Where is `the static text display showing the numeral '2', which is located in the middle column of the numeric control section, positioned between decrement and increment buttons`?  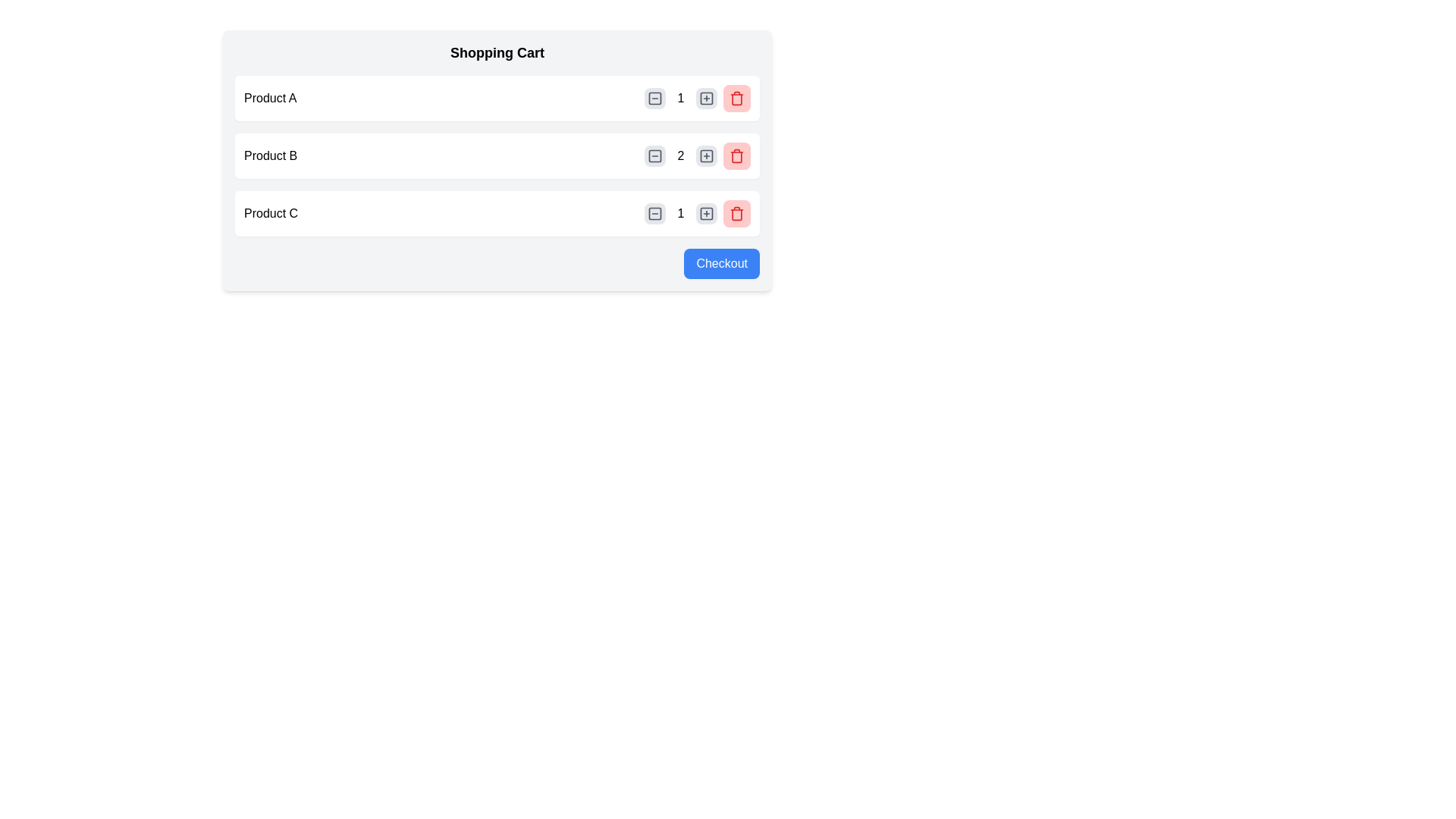
the static text display showing the numeral '2', which is located in the middle column of the numeric control section, positioned between decrement and increment buttons is located at coordinates (679, 155).